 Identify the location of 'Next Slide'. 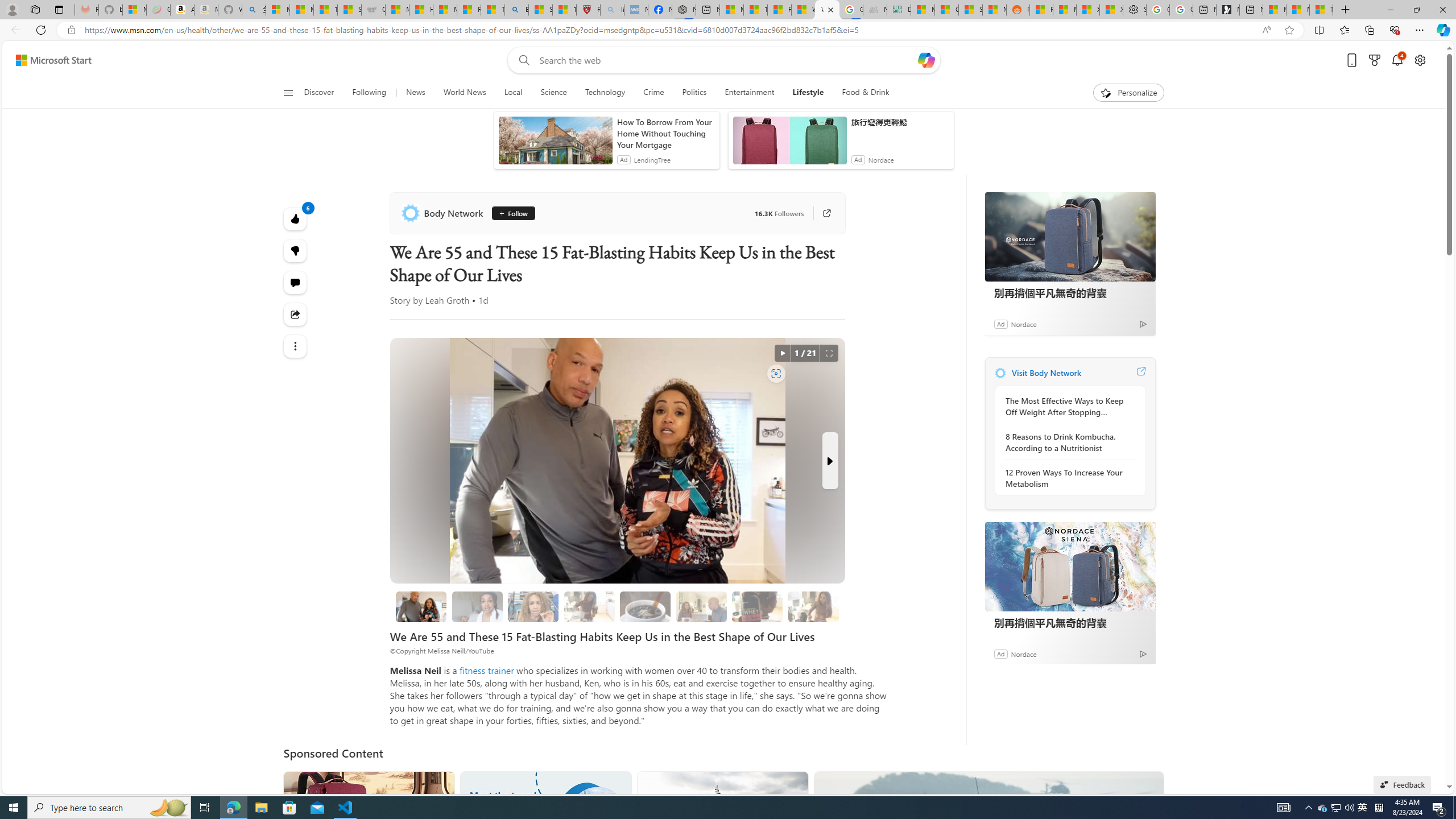
(830, 460).